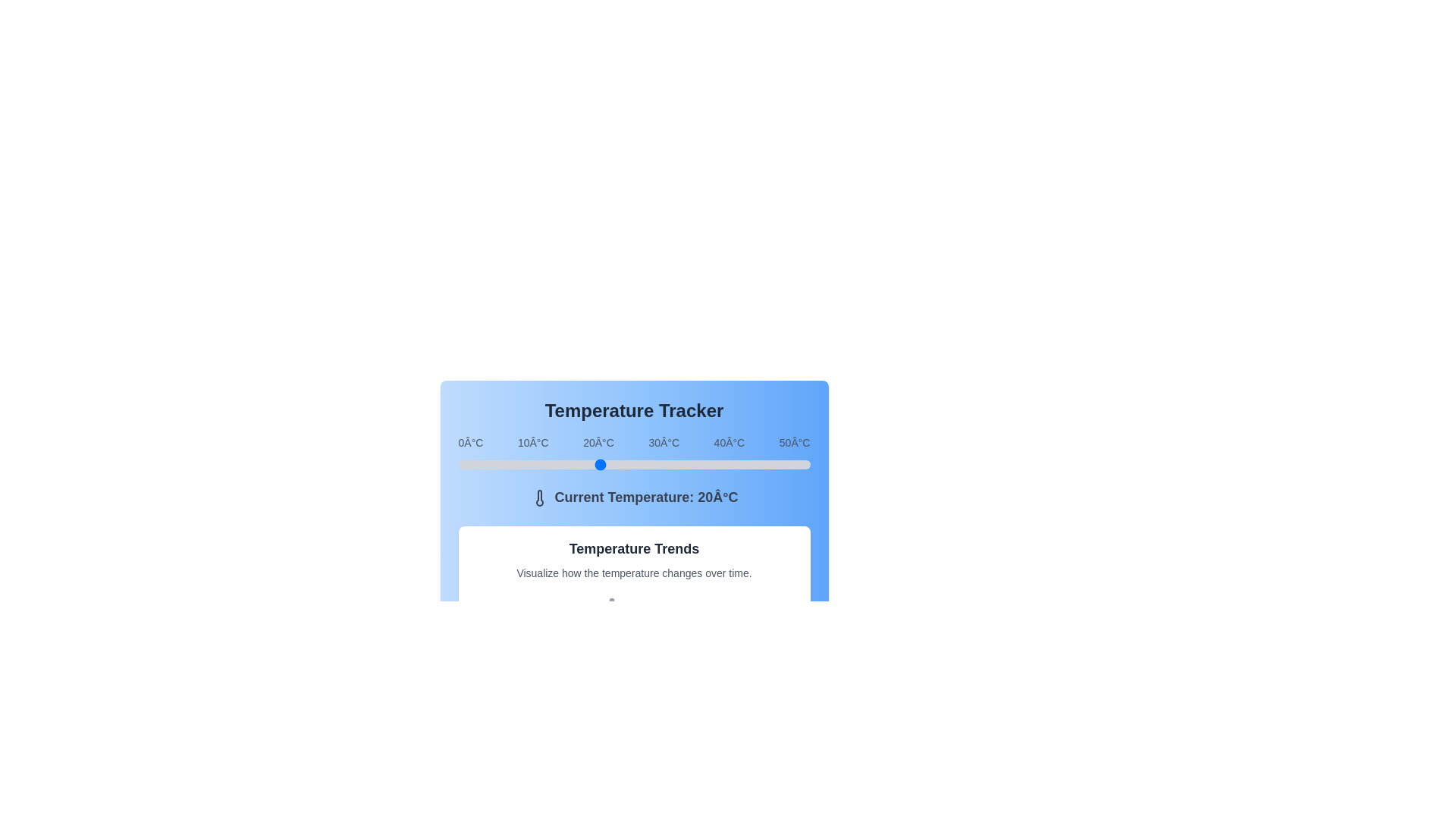  I want to click on the temperature slider to set the temperature to 32°C, so click(682, 464).